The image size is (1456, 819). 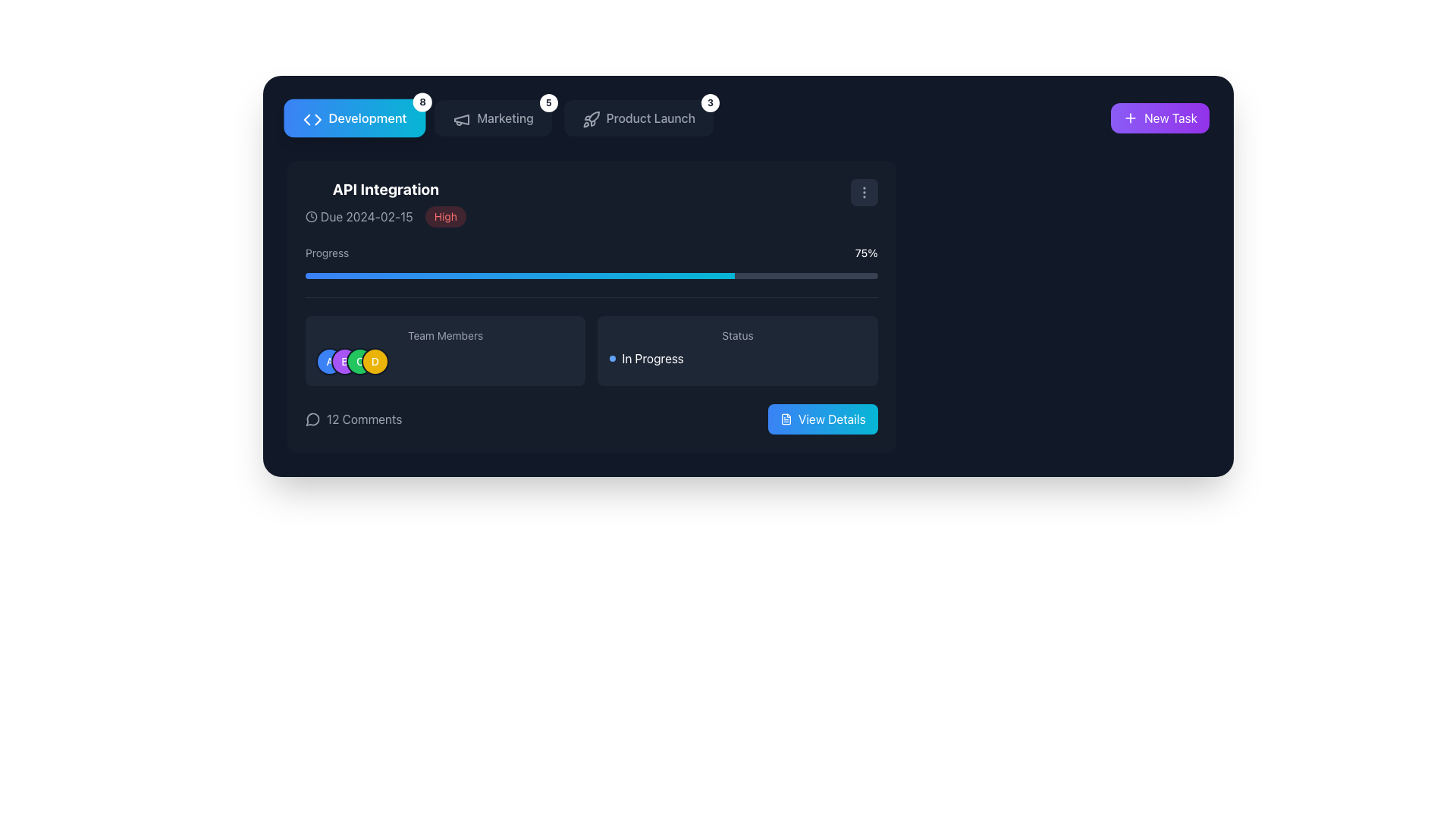 I want to click on the Icon button, which is a vertical ellipsis composed of three vertically aligned dots located at the top-right corner of the 'API Integration' task card, so click(x=864, y=192).